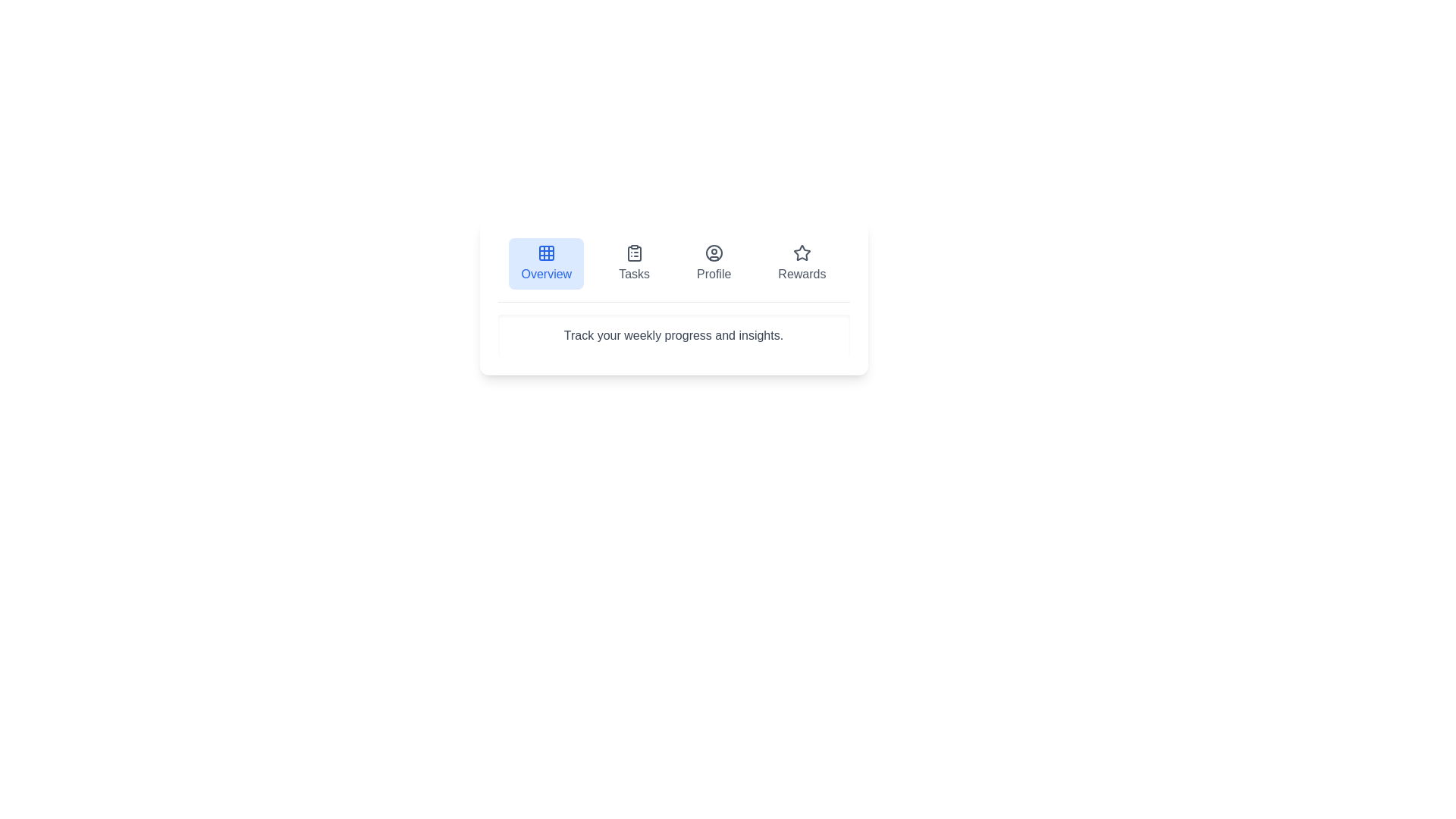 This screenshot has height=819, width=1456. I want to click on the star-shaped icon located in the 'Rewards' section of the navigation toolbar, positioned above the 'Rewards' label text, so click(801, 253).